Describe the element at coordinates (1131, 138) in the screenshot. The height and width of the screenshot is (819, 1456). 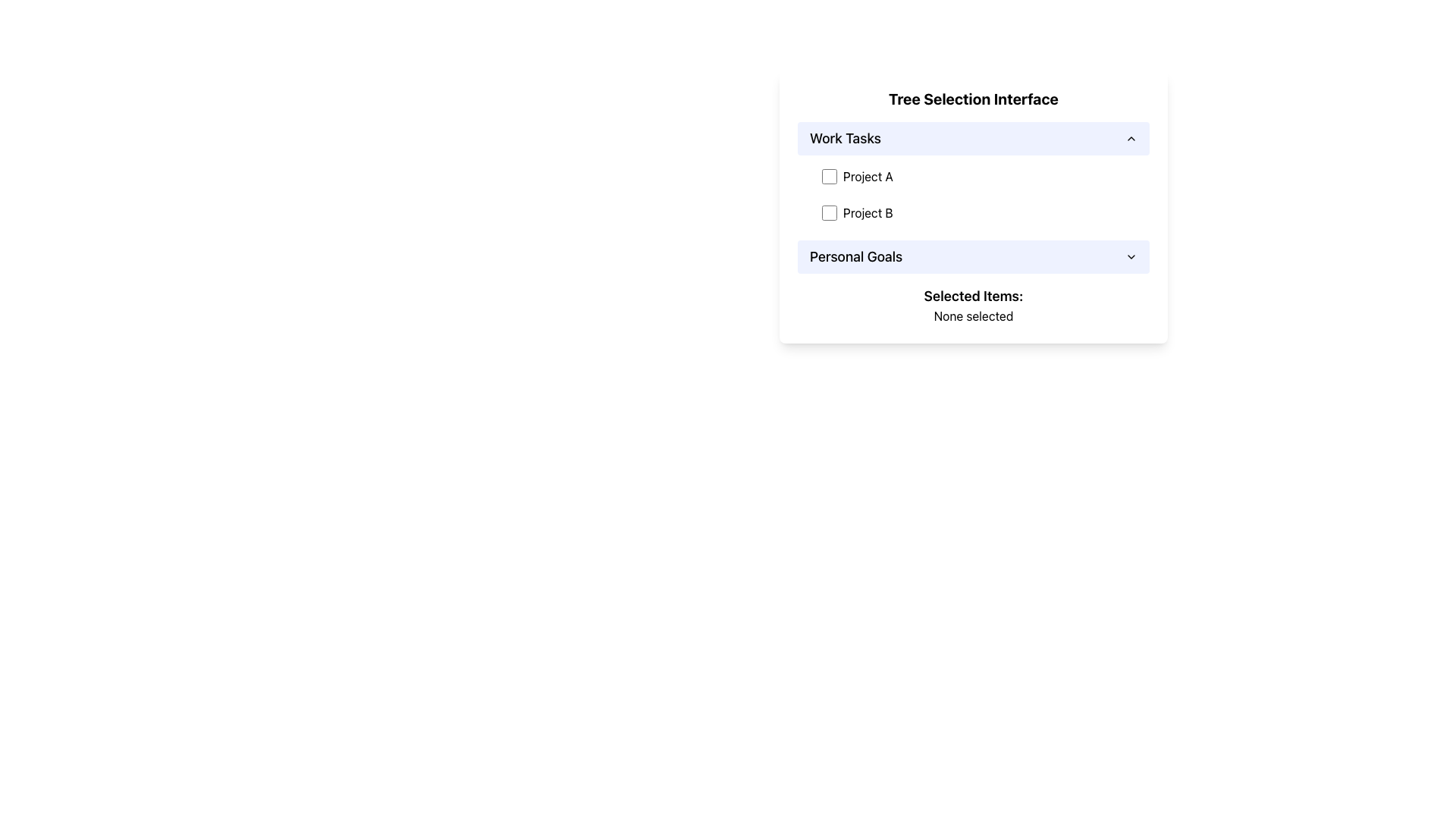
I see `the upward-pointing chevron icon located to the right of the 'Work Tasks' button` at that location.